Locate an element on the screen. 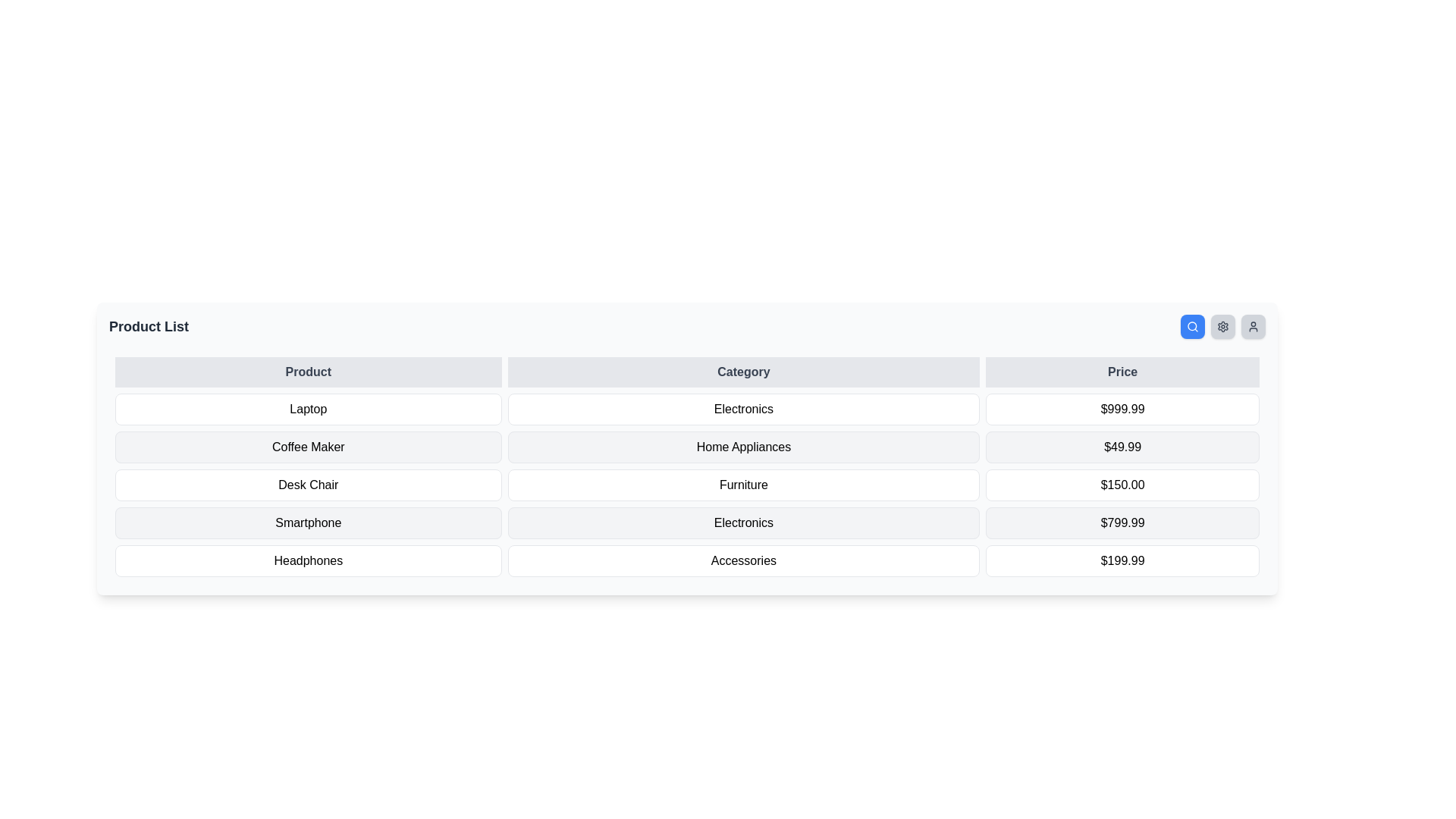 The width and height of the screenshot is (1456, 819). the 'Price' column header in the table, which is the third column header positioned to the right of the 'Category' column header is located at coordinates (1122, 372).